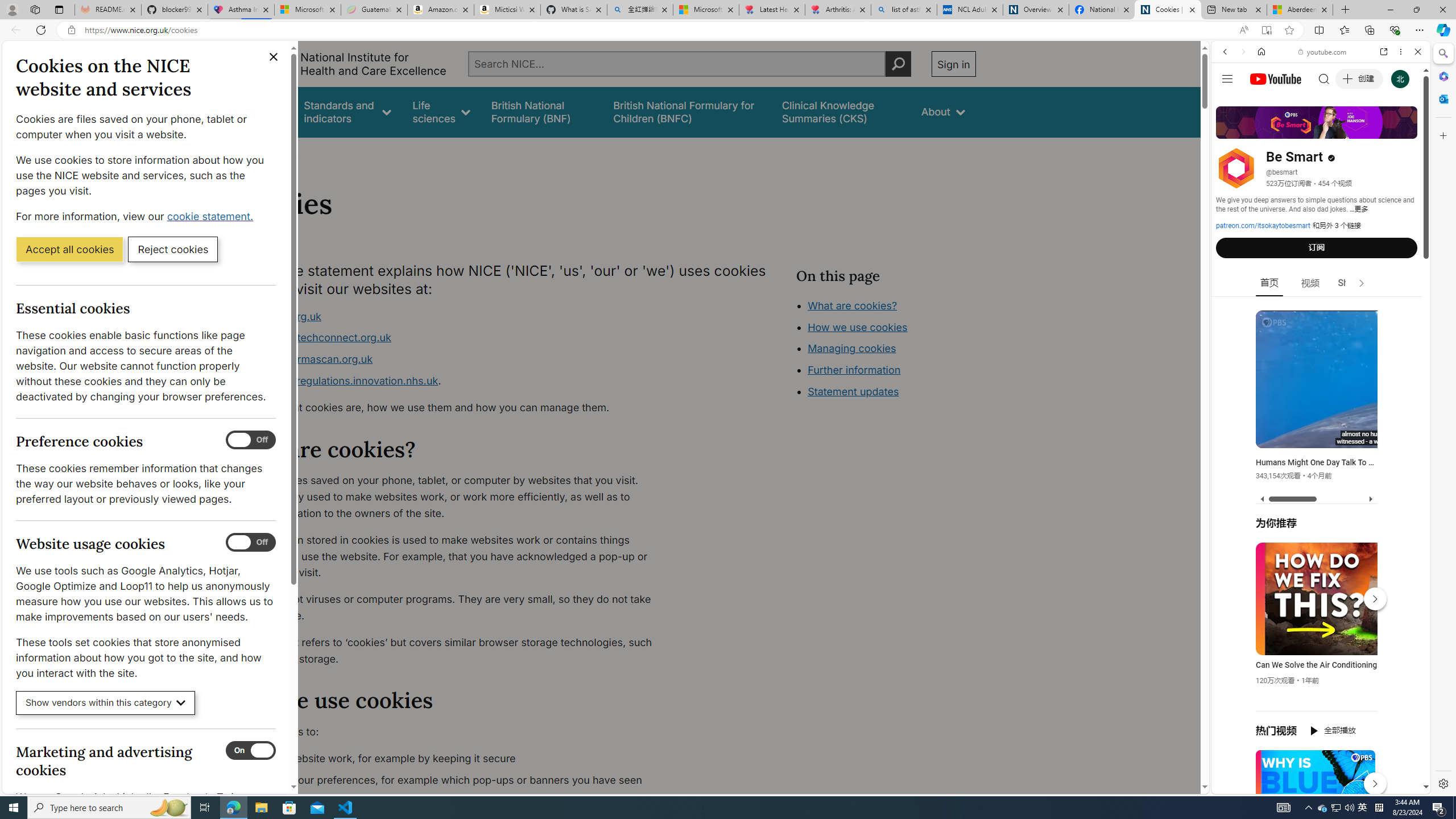  What do you see at coordinates (274, 56) in the screenshot?
I see `'Close cookie banner'` at bounding box center [274, 56].